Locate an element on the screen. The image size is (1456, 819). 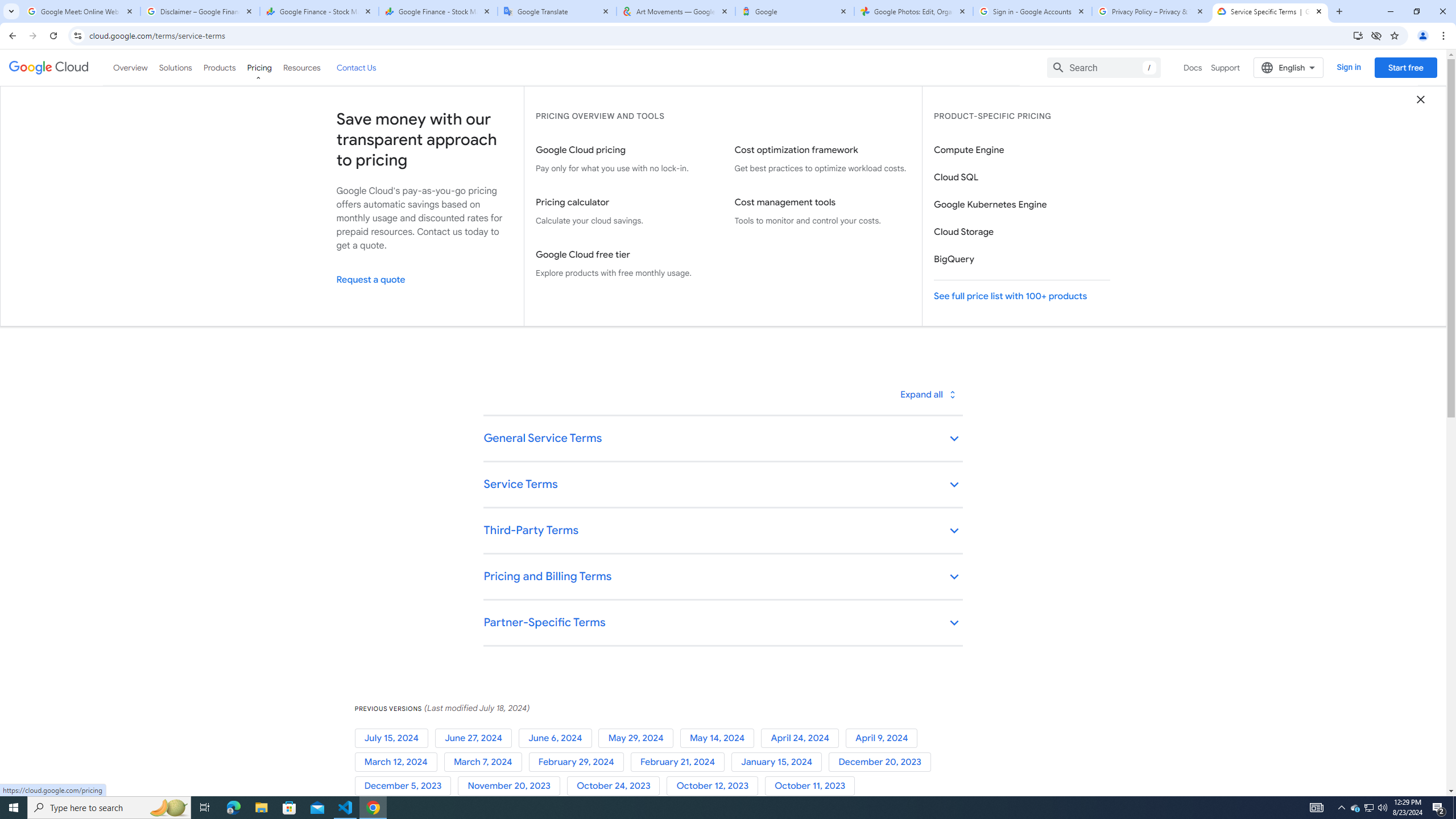
'Partner-Specific Terms keyboard_arrow_down' is located at coordinates (723, 623).